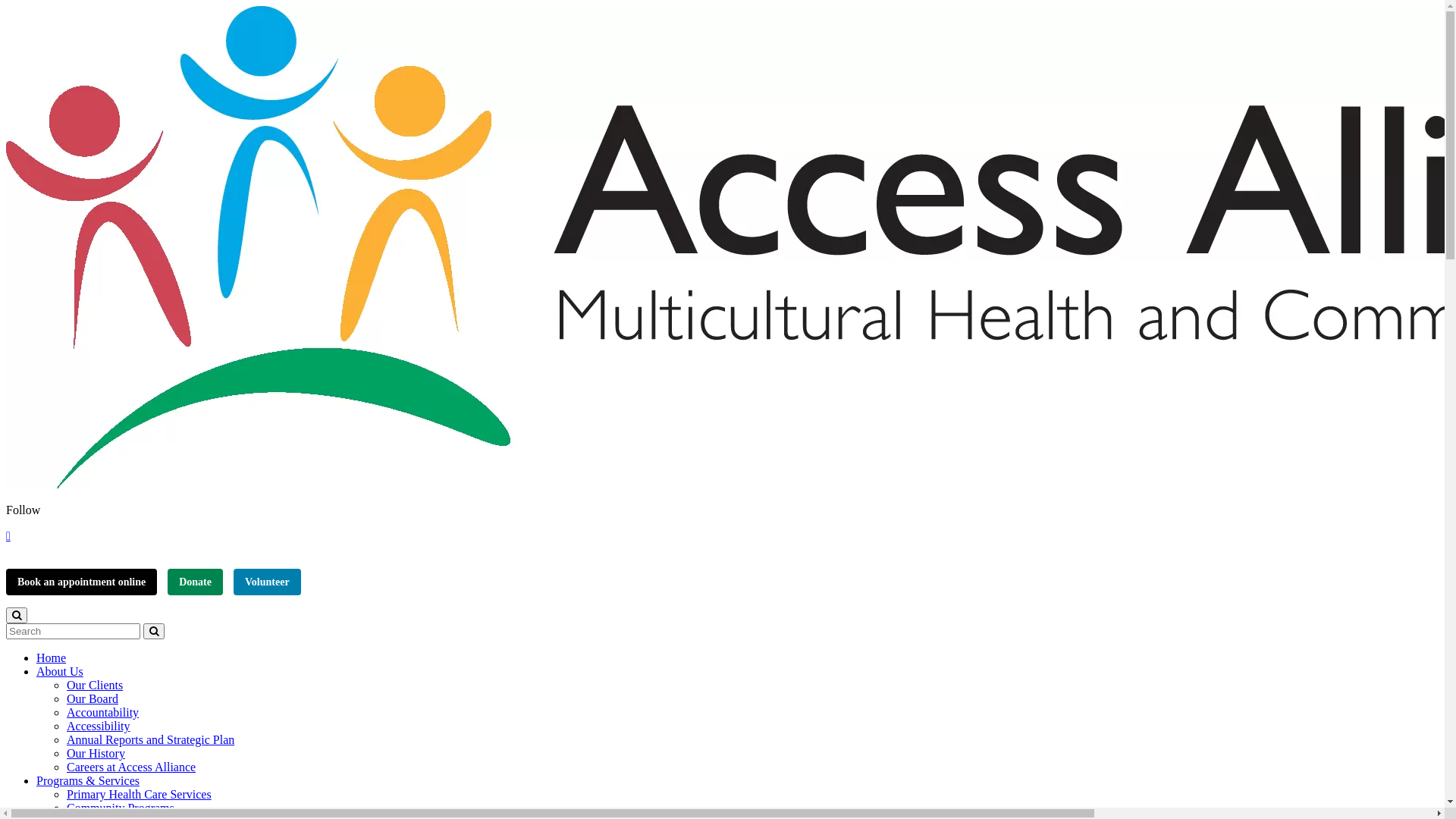  I want to click on 'Volunteer', so click(267, 581).